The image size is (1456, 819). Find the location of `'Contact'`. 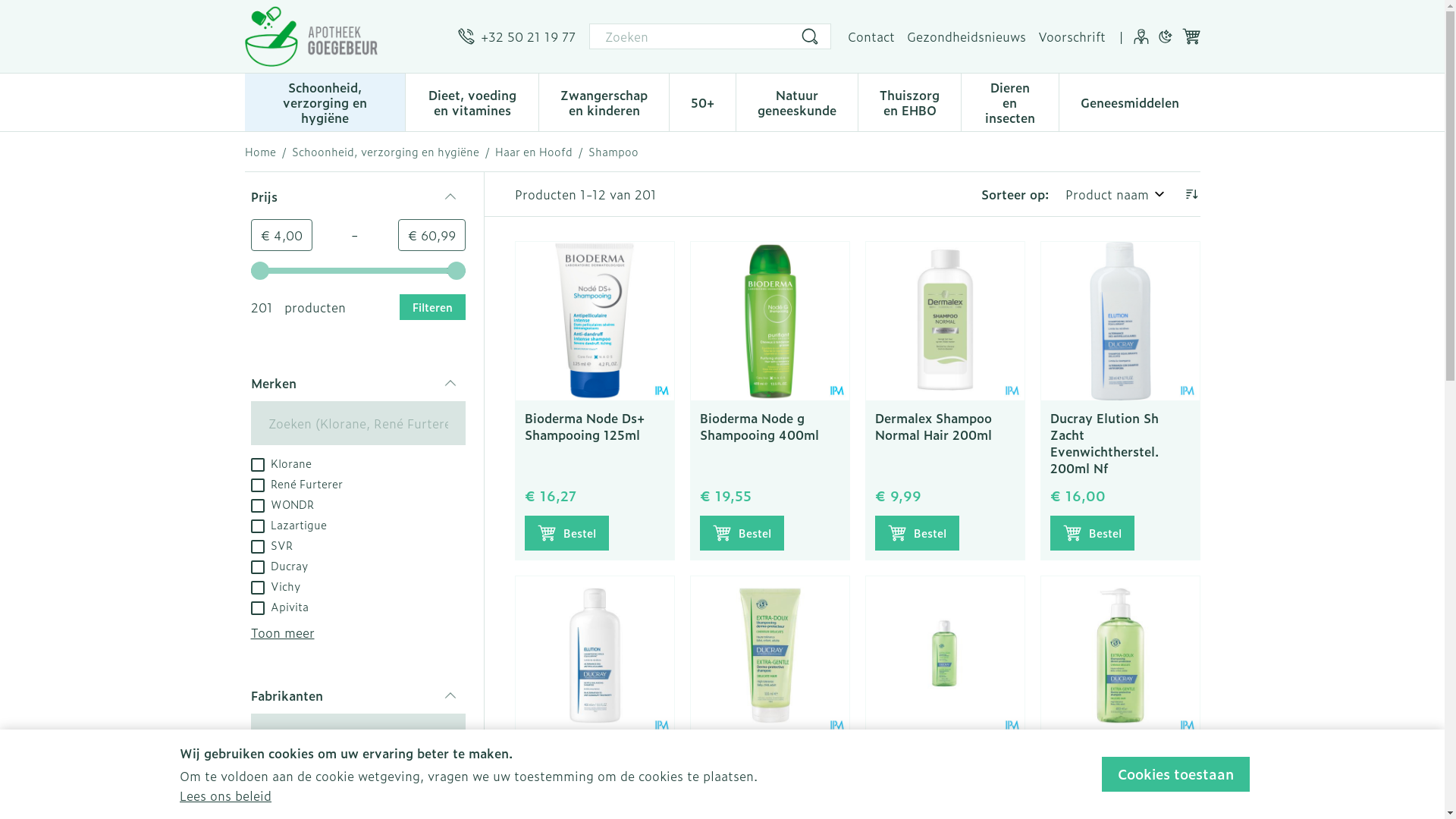

'Contact' is located at coordinates (871, 35).